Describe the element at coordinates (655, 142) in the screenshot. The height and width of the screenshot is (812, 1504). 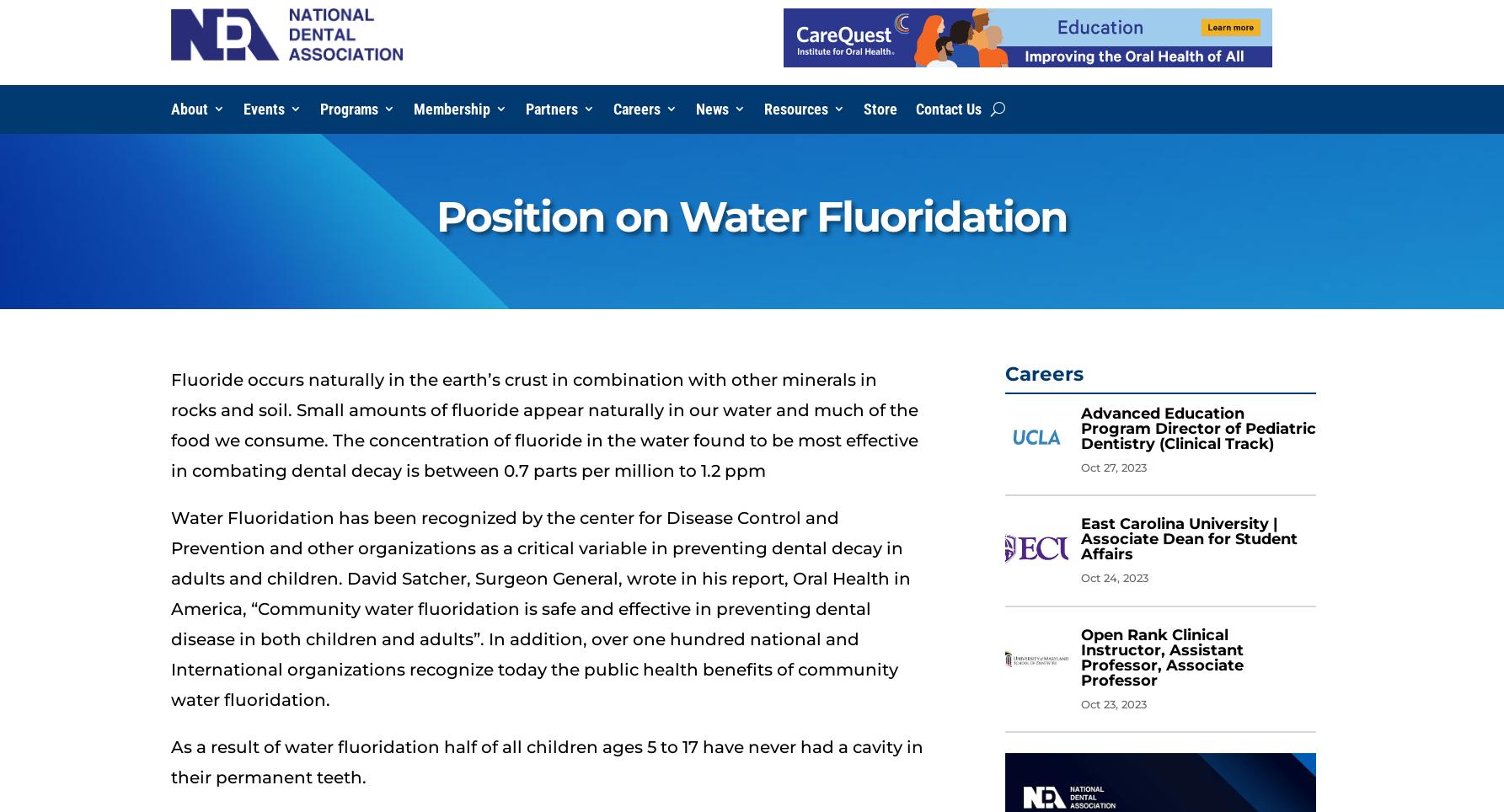
I see `'Job Listings'` at that location.